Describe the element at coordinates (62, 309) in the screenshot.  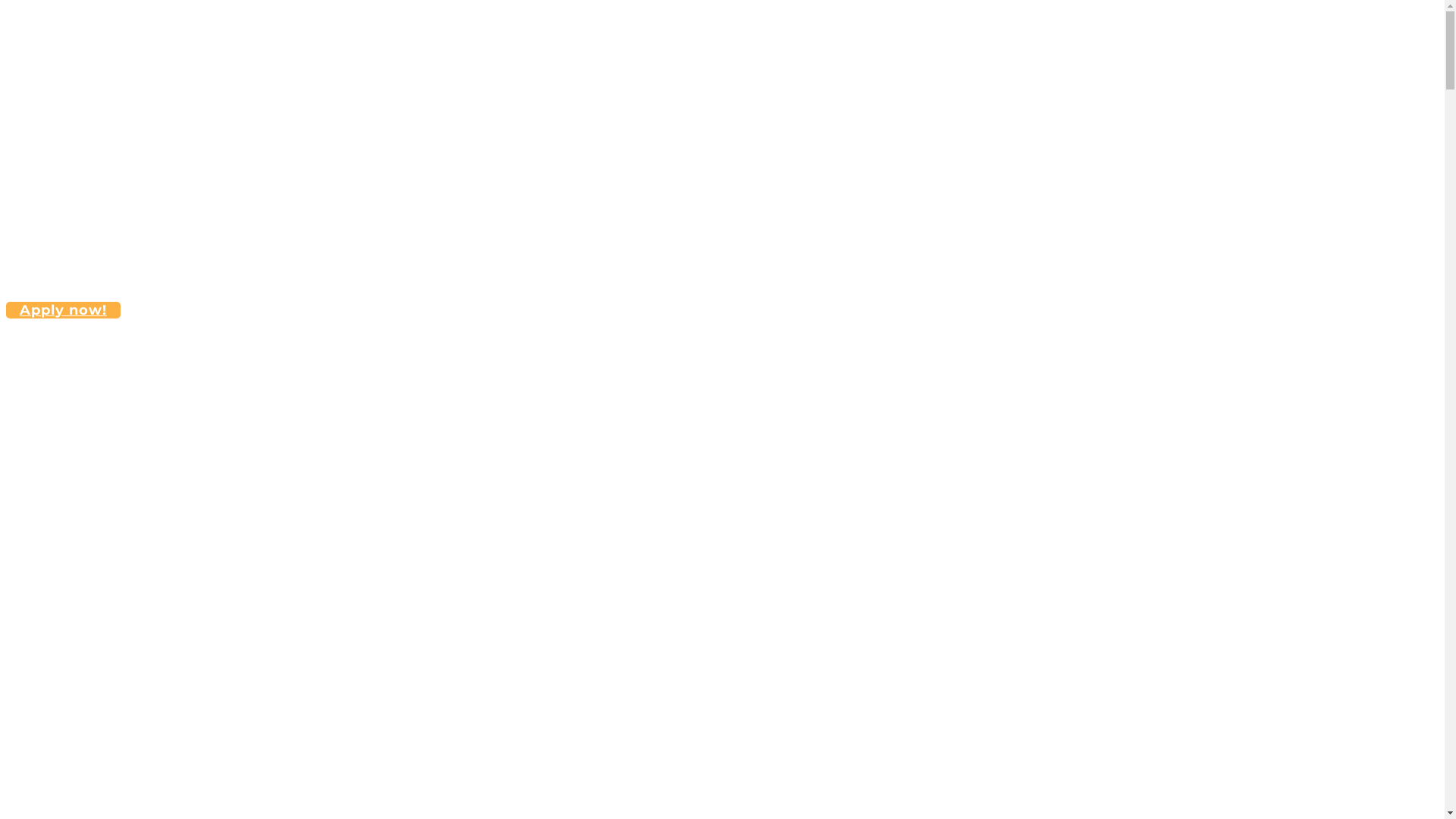
I see `'Apply now!'` at that location.